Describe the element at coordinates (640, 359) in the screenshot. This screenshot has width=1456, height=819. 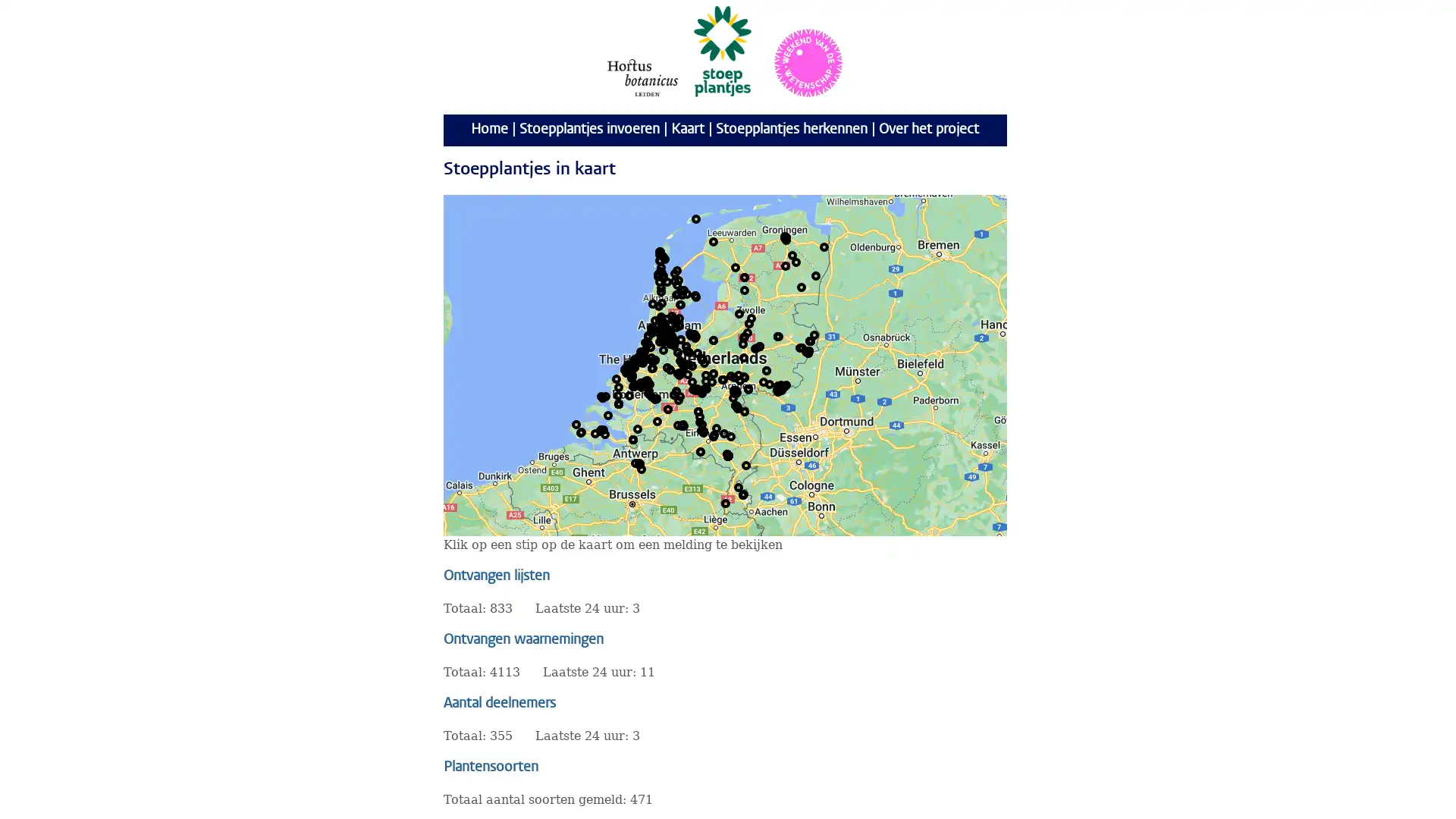
I see `Telling van Jurriaan Nolles op 12 oktober 2021` at that location.